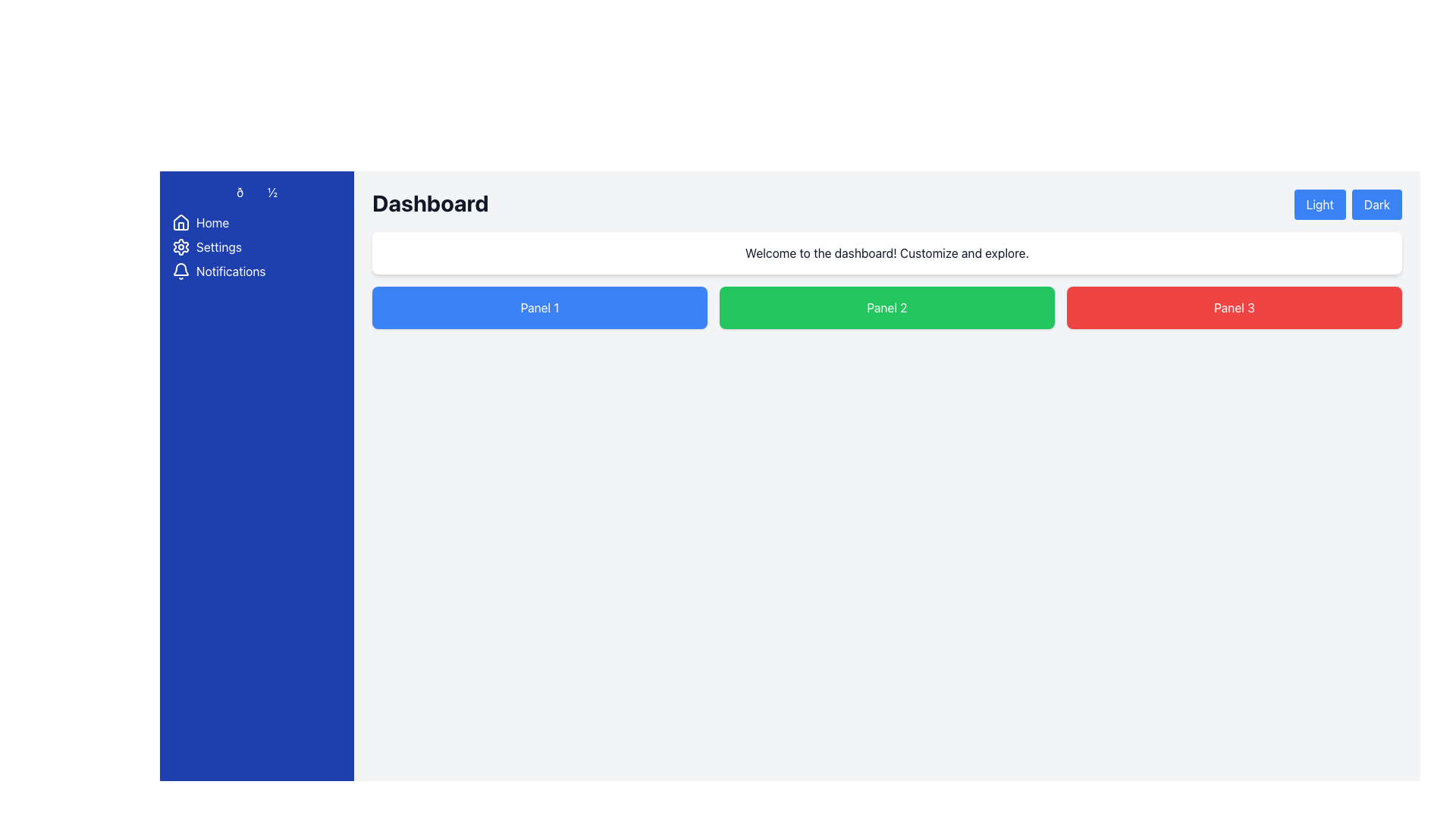  I want to click on the static informational text section that reads 'Welcome to the dashboard! Customize and explore.' which is located centrally below the title 'Dashboard', so click(887, 253).